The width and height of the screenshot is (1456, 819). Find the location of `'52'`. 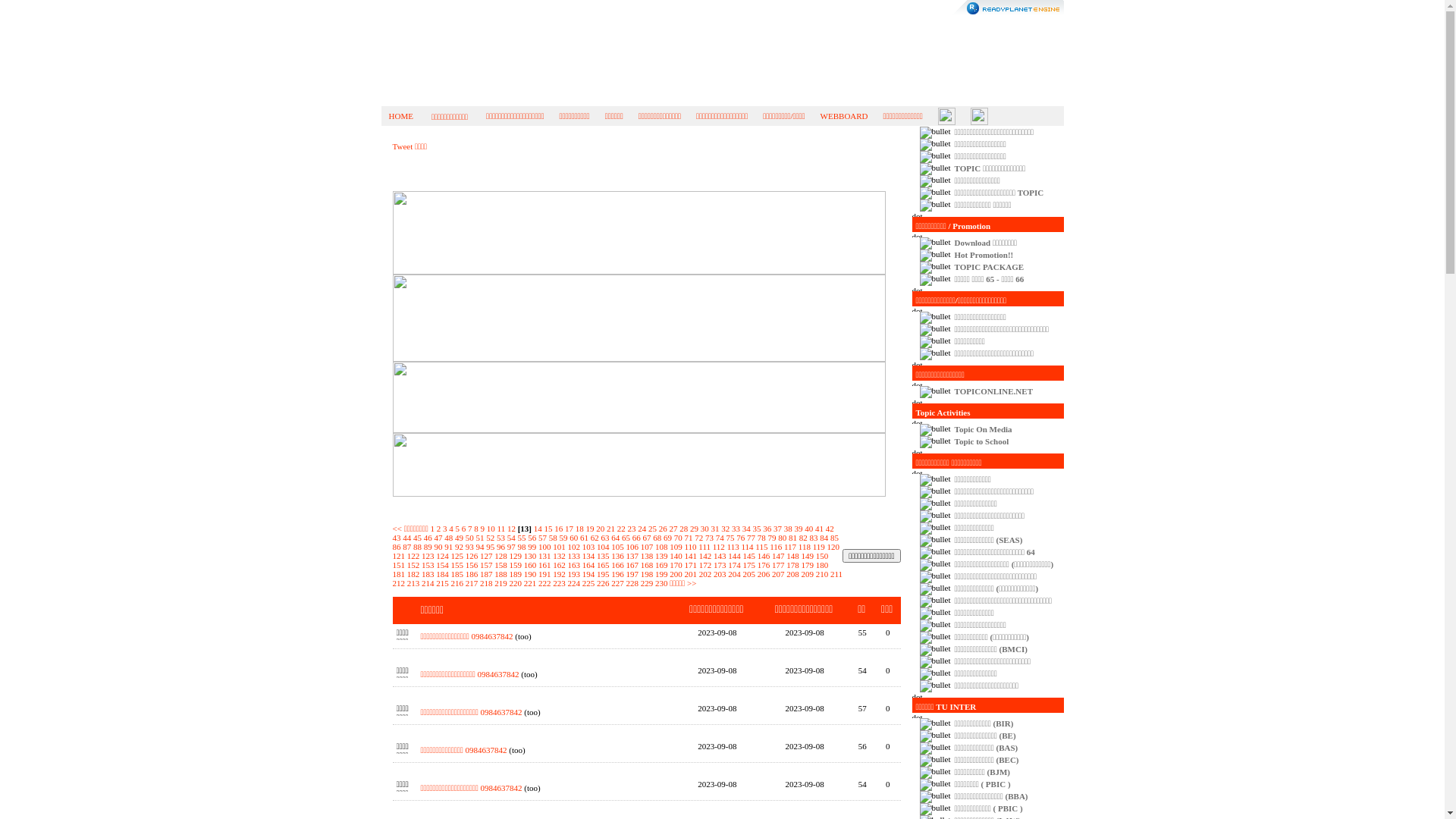

'52' is located at coordinates (490, 537).